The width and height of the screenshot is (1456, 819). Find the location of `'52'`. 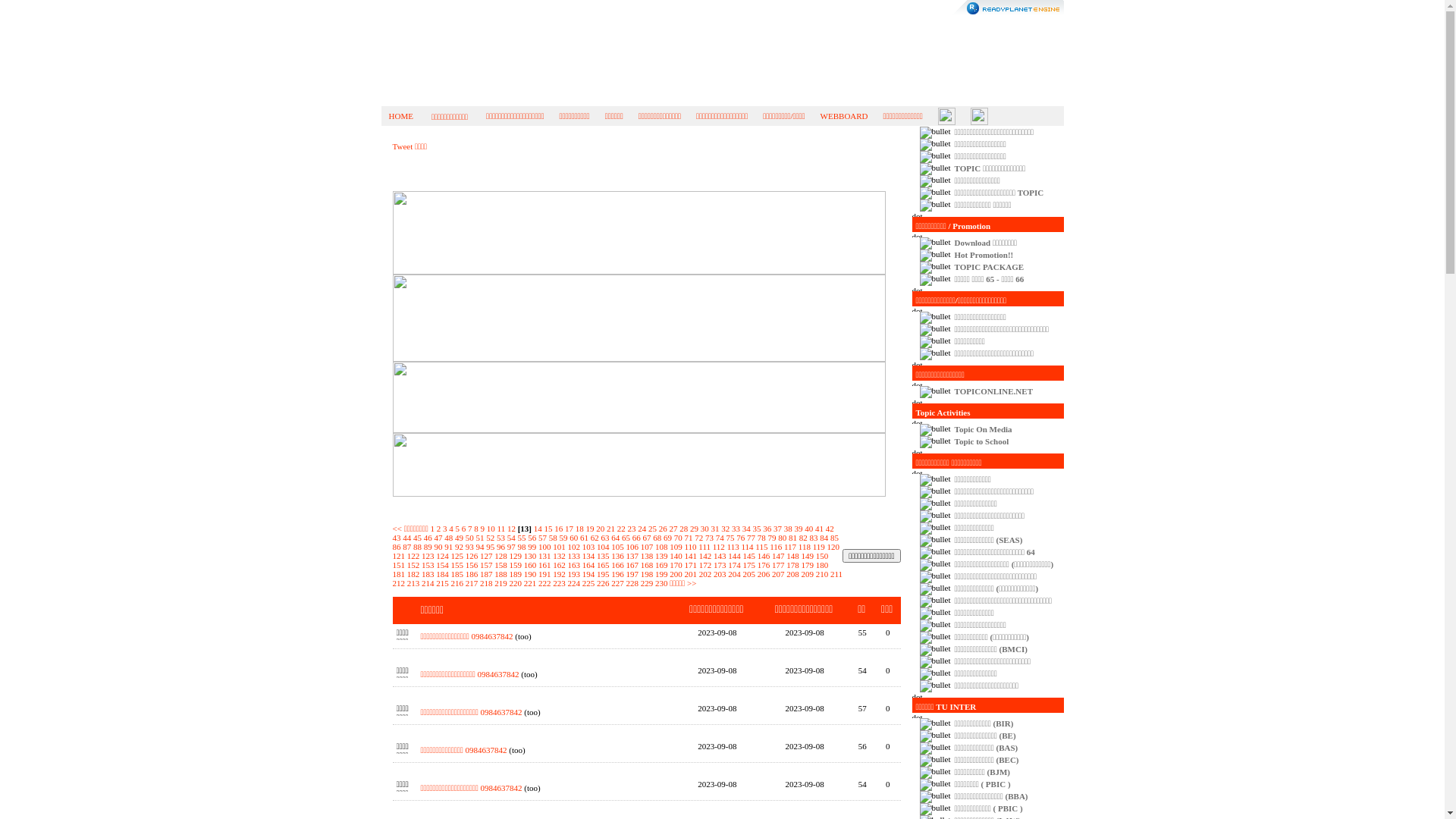

'52' is located at coordinates (490, 537).